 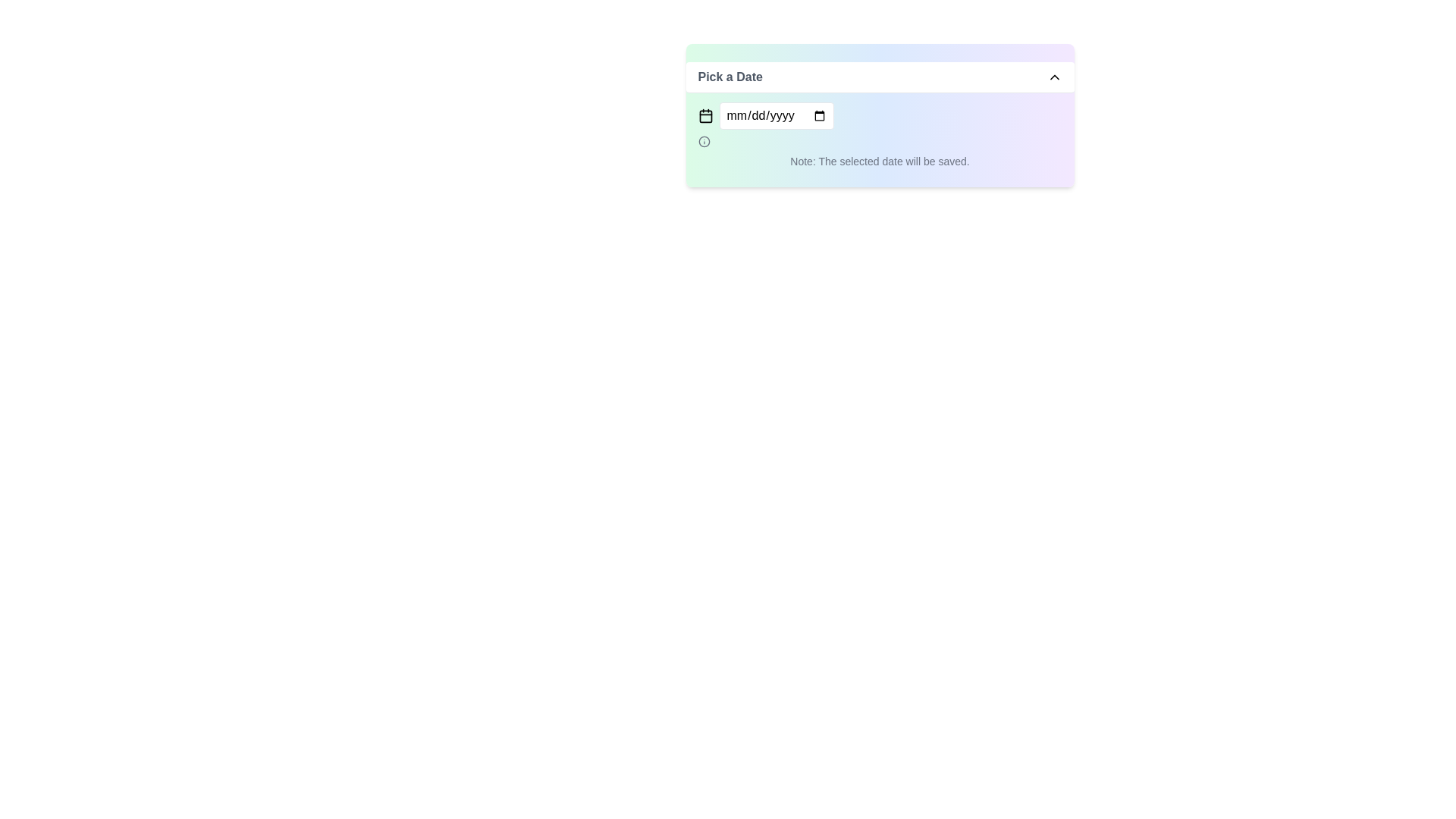 What do you see at coordinates (703, 141) in the screenshot?
I see `the first graphical element in the SVG icon, which serves as a decorative indicator located to the left of the date-picker input field` at bounding box center [703, 141].